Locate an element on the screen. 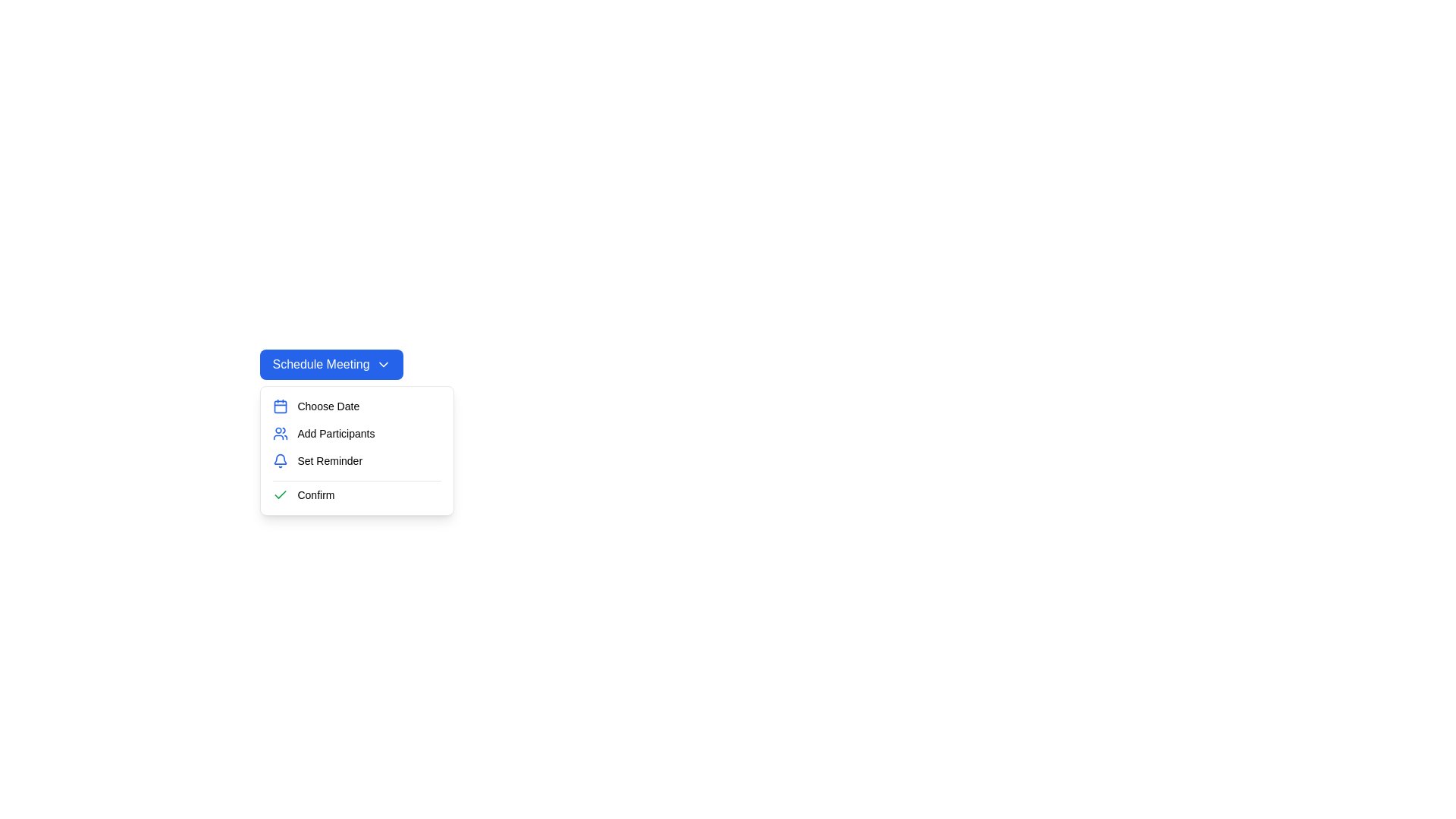 The image size is (1456, 819). the date selection label in the dropdown menu that appears beneath the 'Schedule Meeting' button, which is aligned horizontally beside a blue calendar icon is located at coordinates (328, 406).